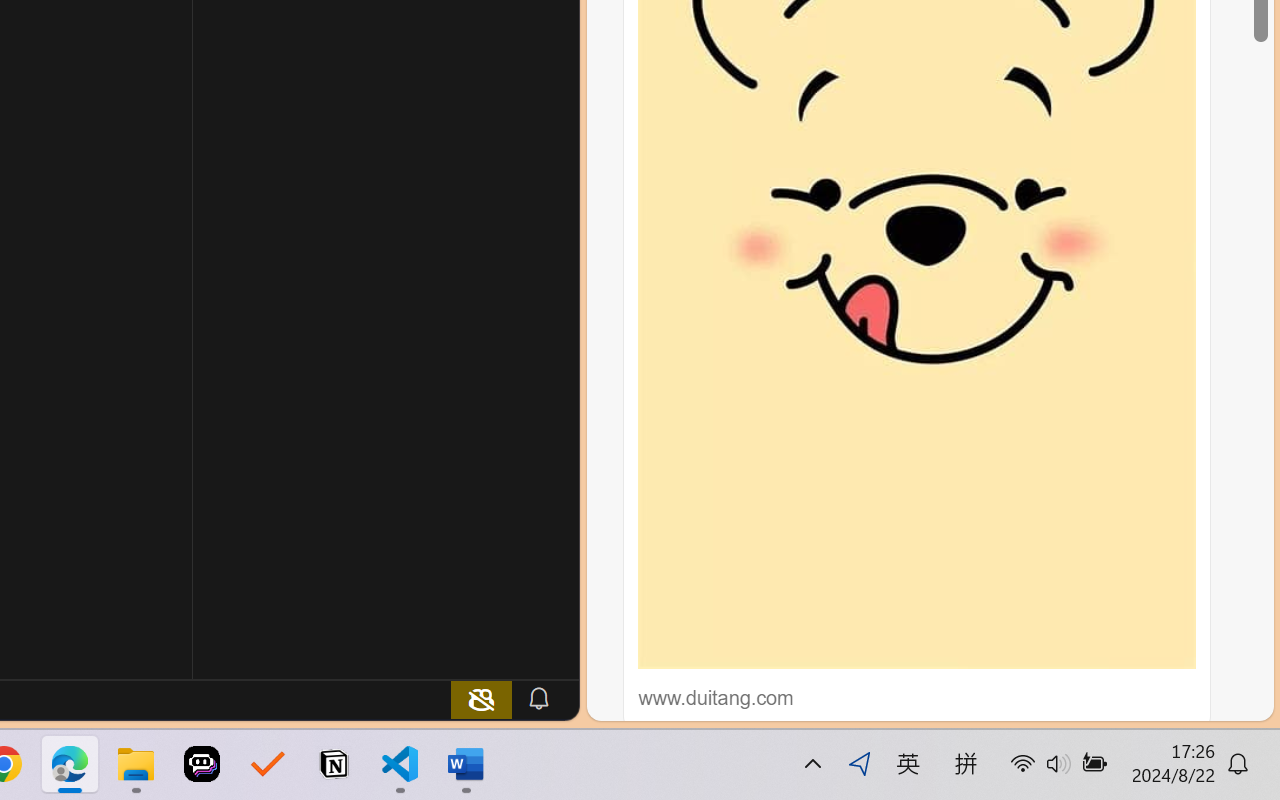 This screenshot has height=800, width=1280. What do you see at coordinates (481, 698) in the screenshot?
I see `'copilot-notconnected, Copilot error (click for details)'` at bounding box center [481, 698].